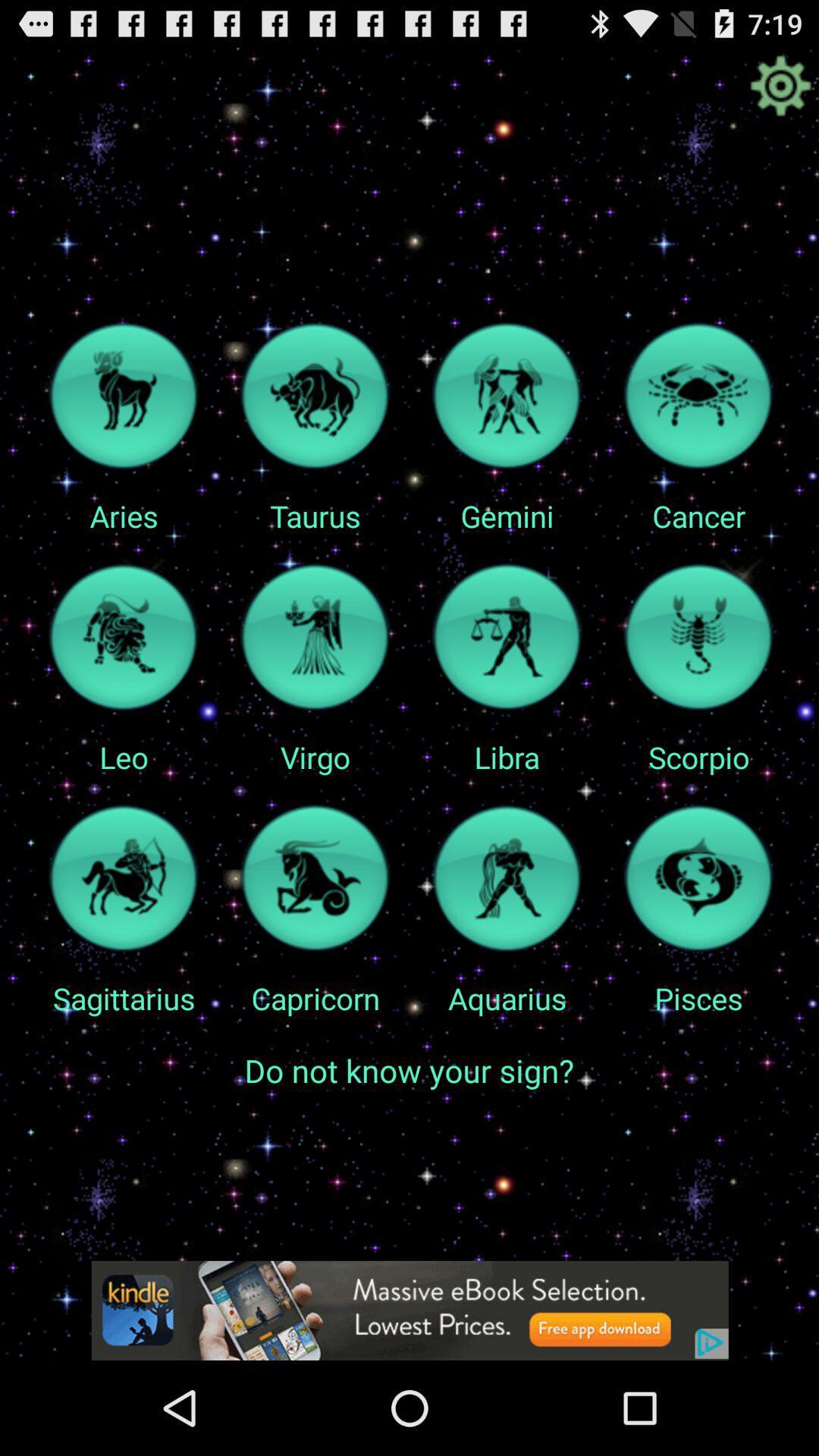 The image size is (819, 1456). I want to click on settings option, so click(780, 85).